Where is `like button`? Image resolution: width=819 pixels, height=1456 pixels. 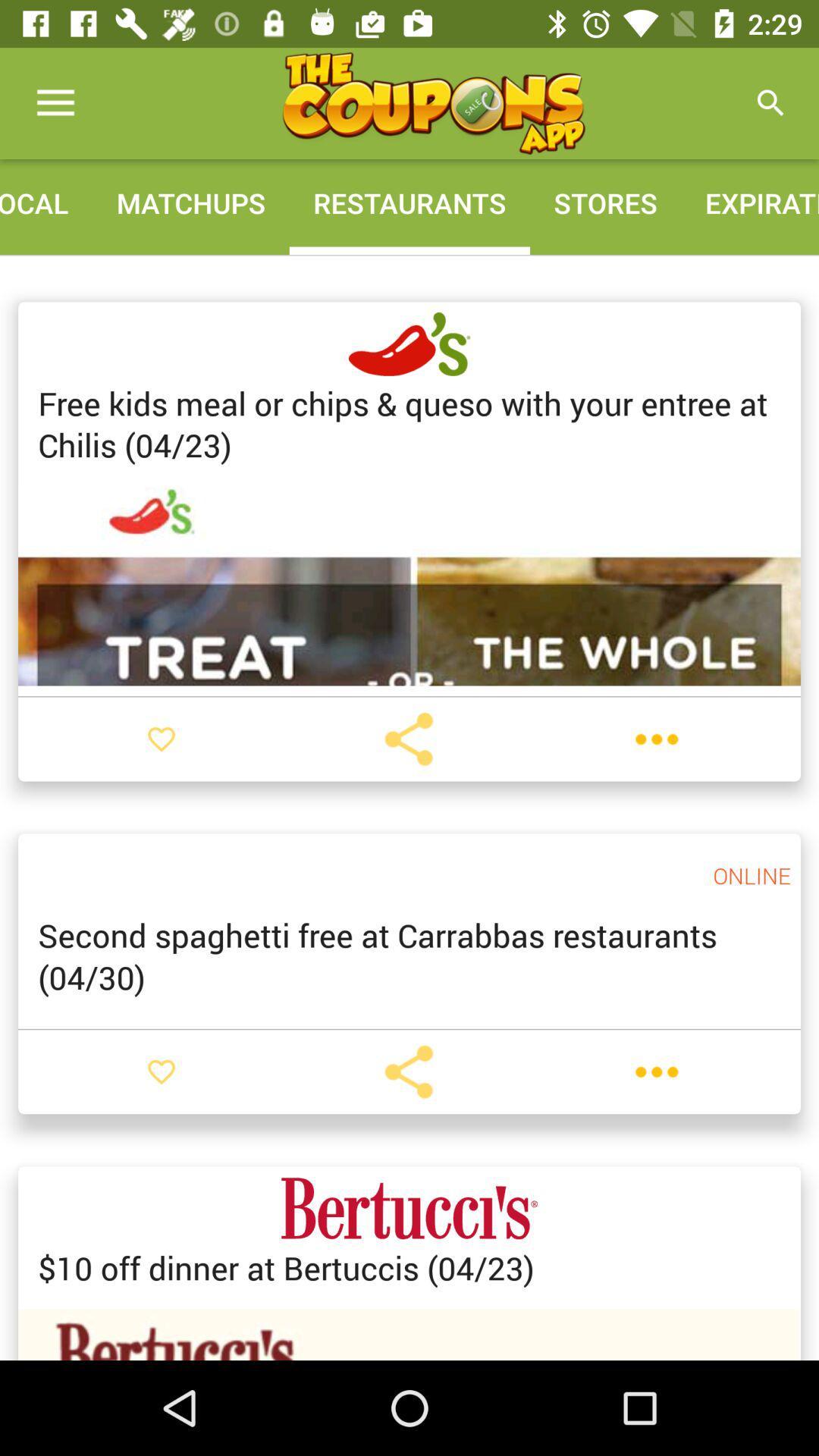
like button is located at coordinates (161, 1071).